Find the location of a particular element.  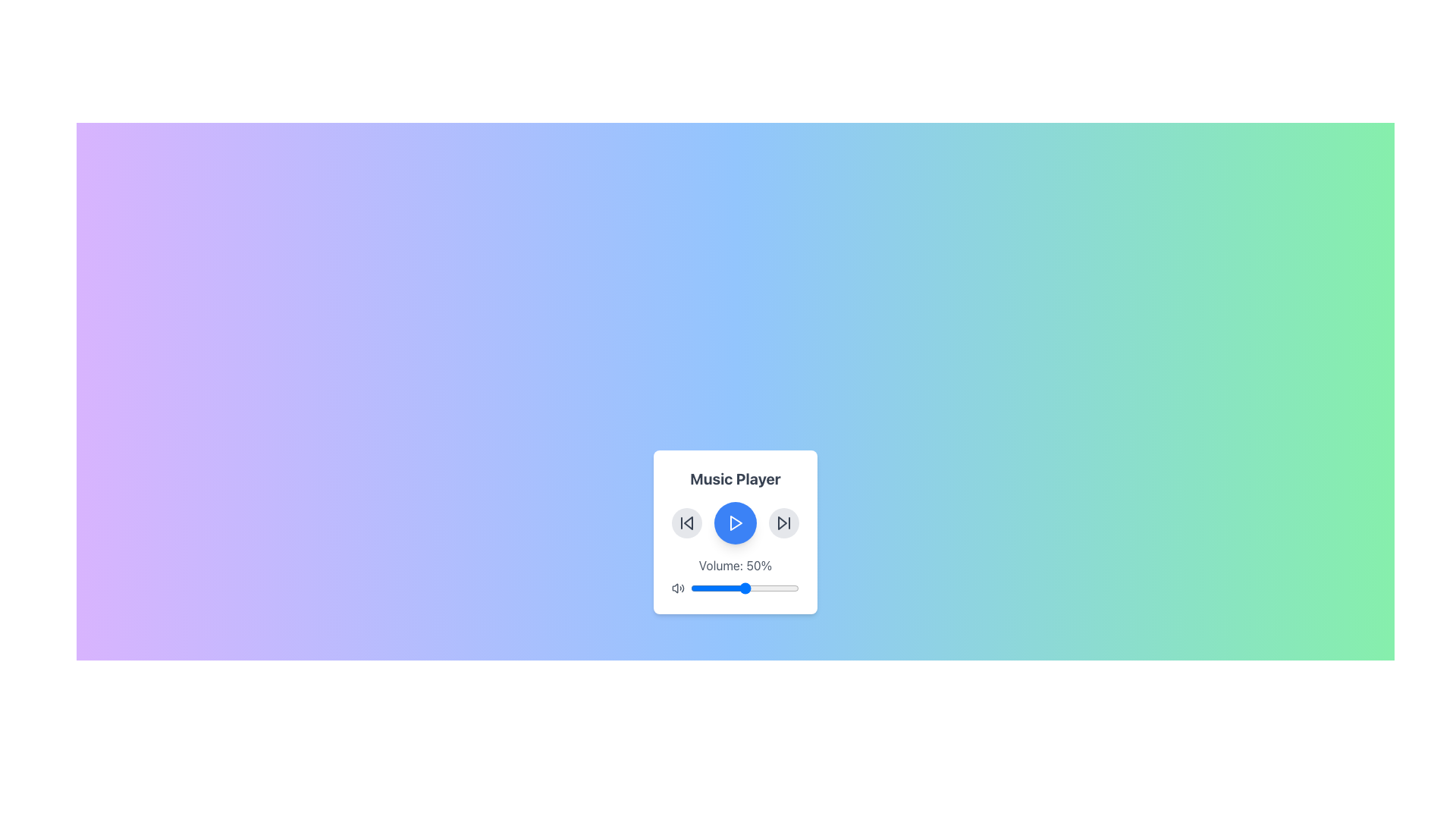

the slider is located at coordinates (786, 587).